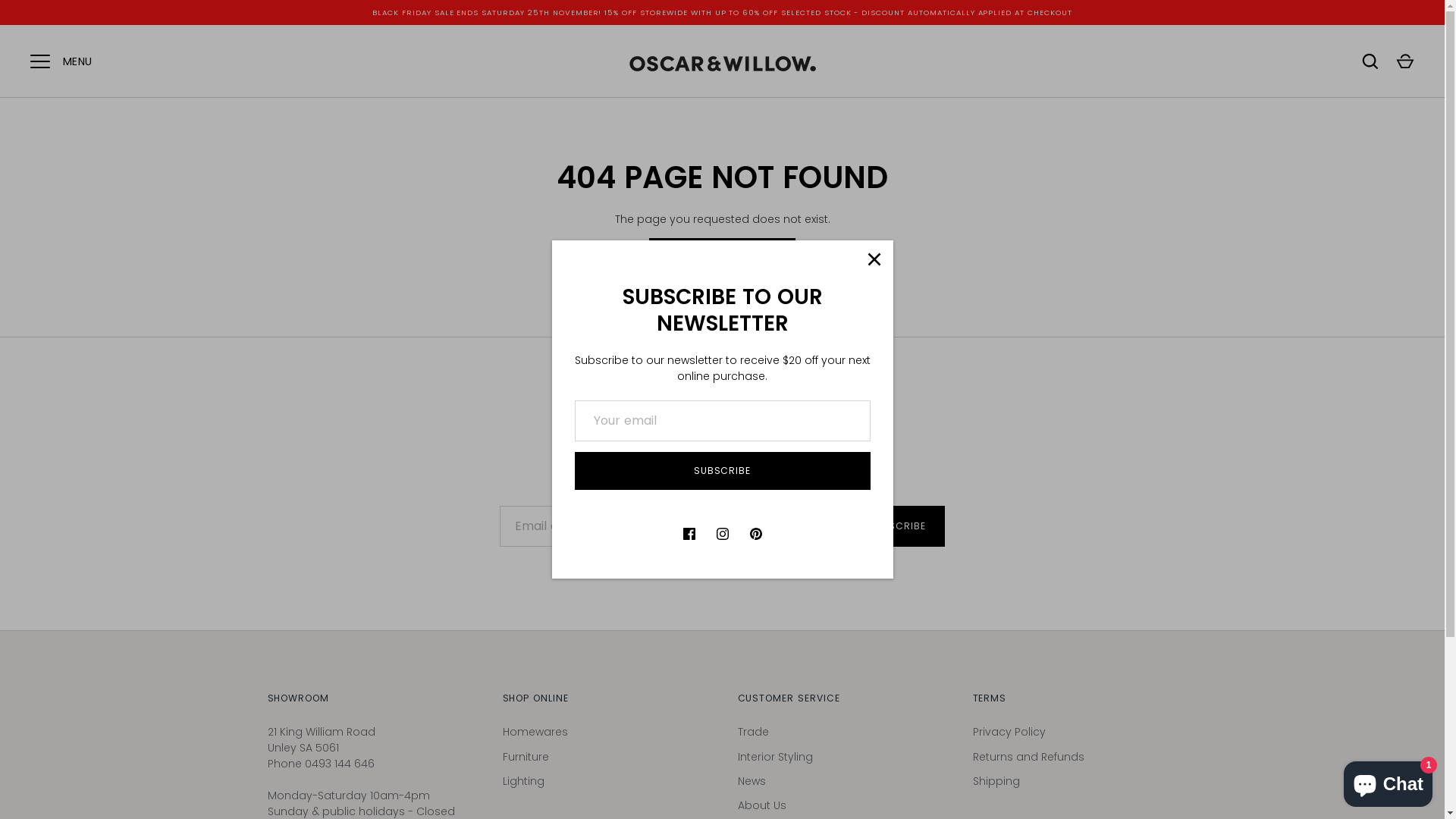  I want to click on 'Furniture', so click(525, 757).